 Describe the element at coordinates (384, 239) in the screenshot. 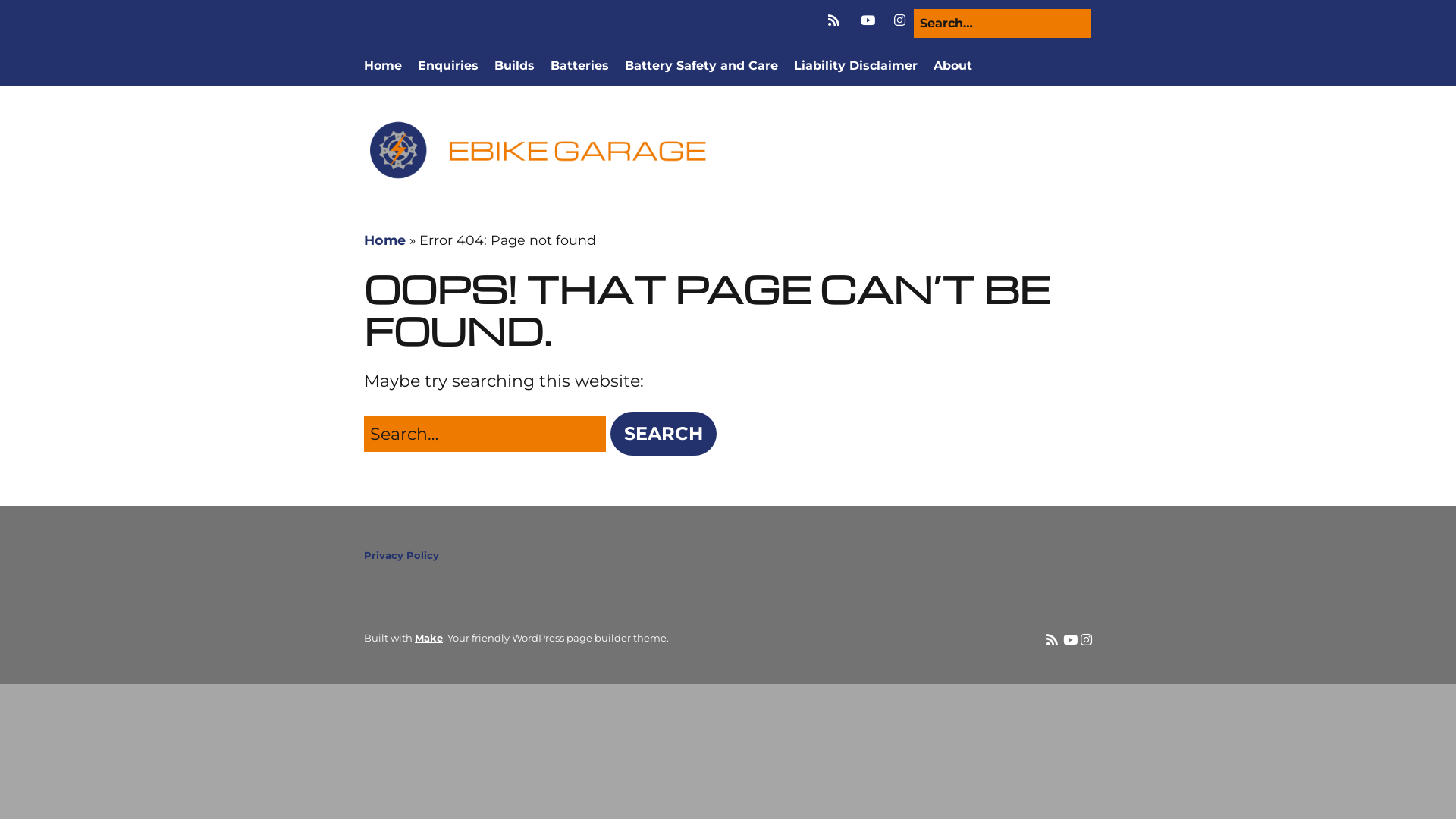

I see `'Home'` at that location.